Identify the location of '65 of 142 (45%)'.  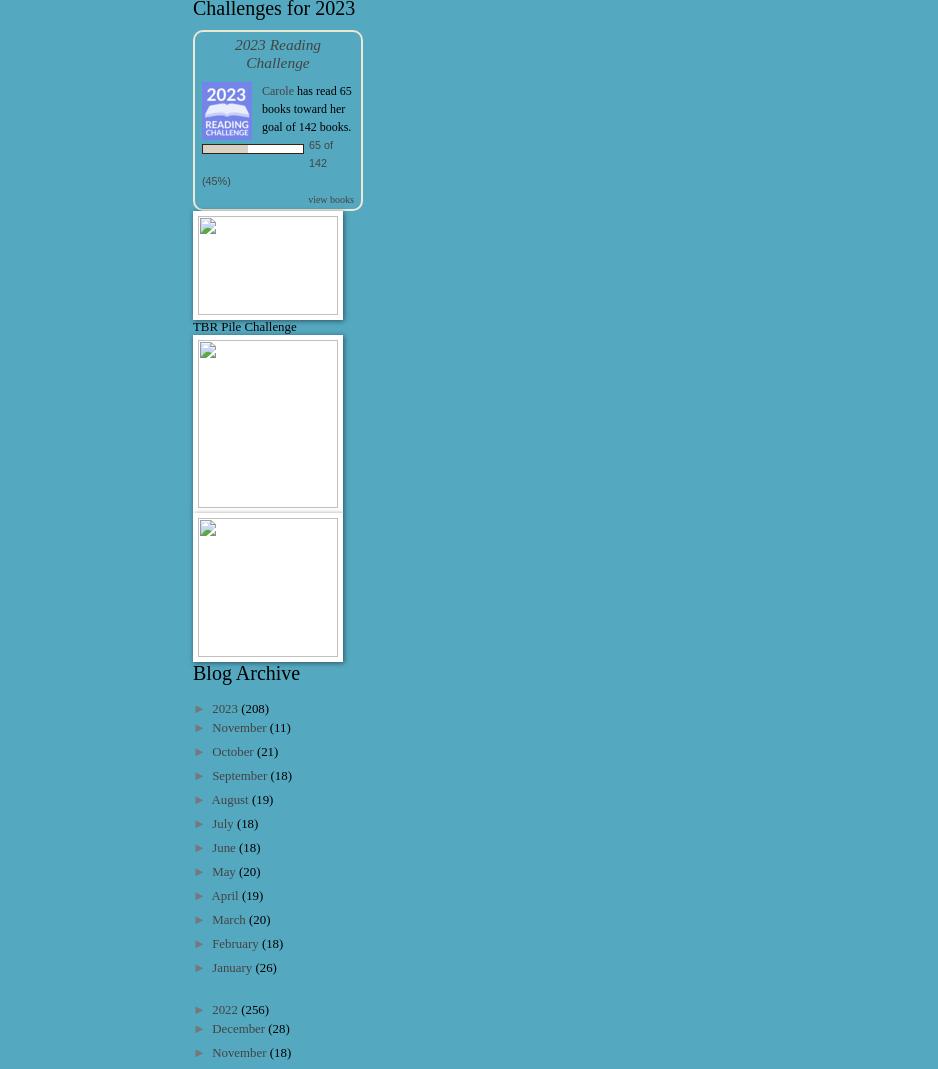
(202, 161).